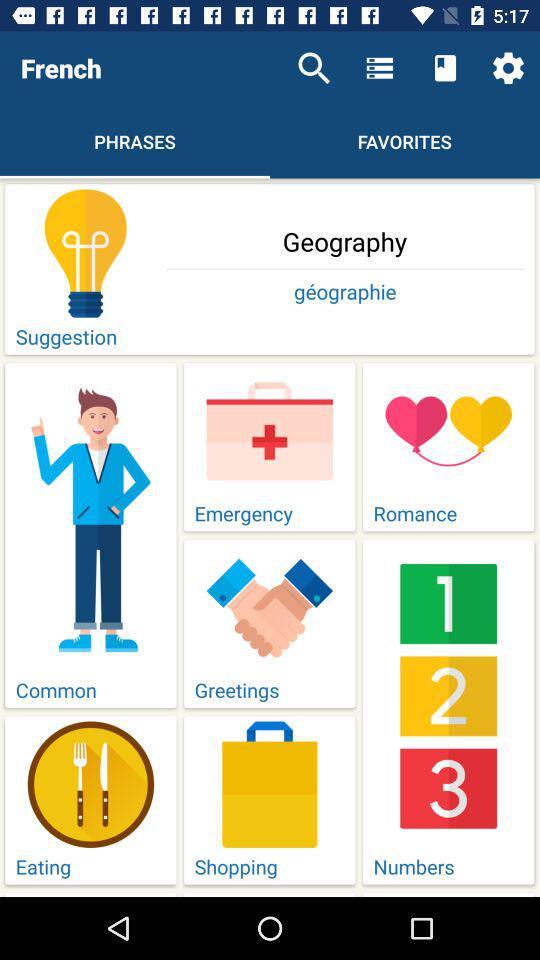 This screenshot has width=540, height=960. Describe the element at coordinates (314, 68) in the screenshot. I see `icon next to french icon` at that location.